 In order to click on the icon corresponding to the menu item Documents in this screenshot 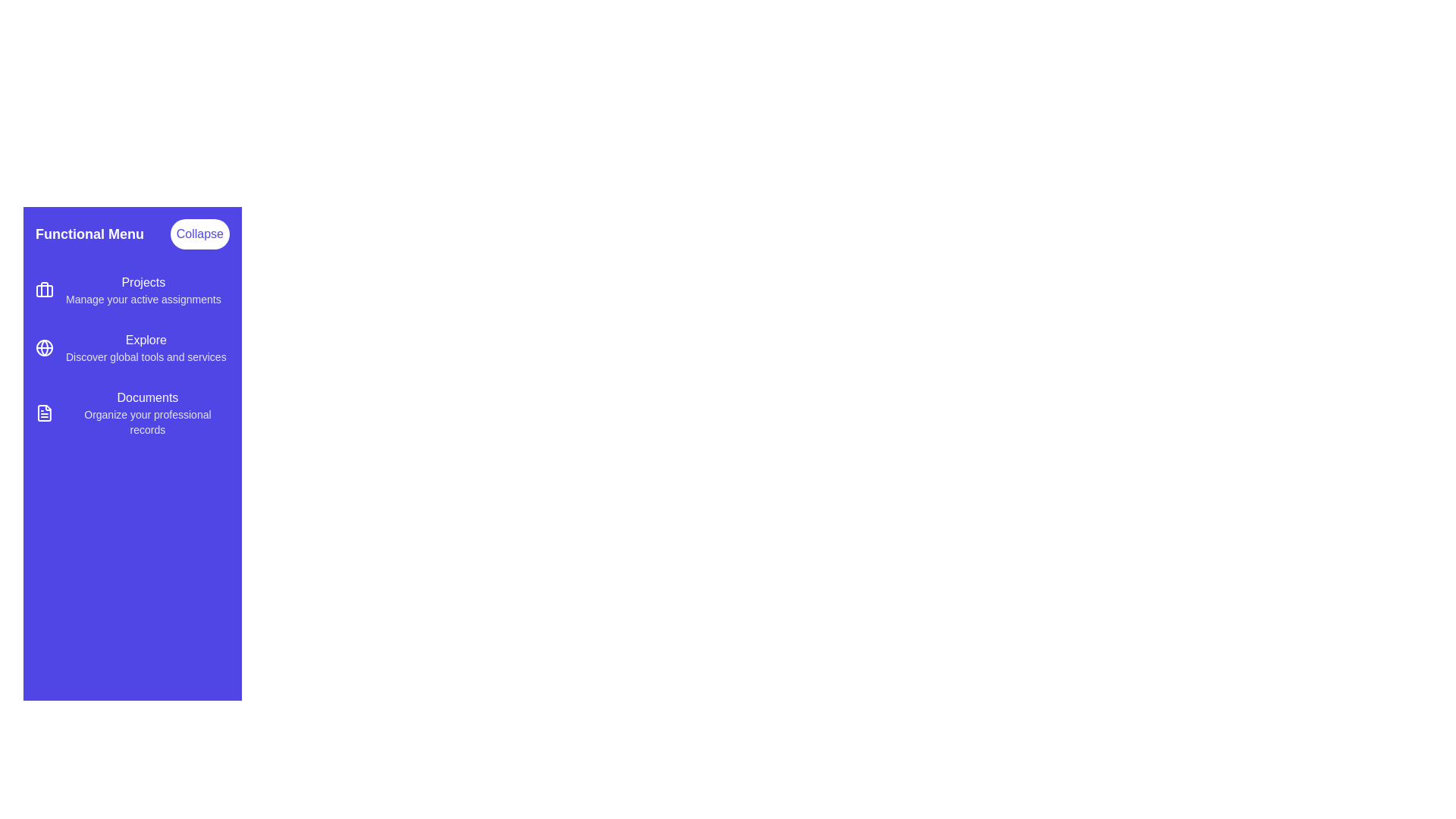, I will do `click(44, 413)`.